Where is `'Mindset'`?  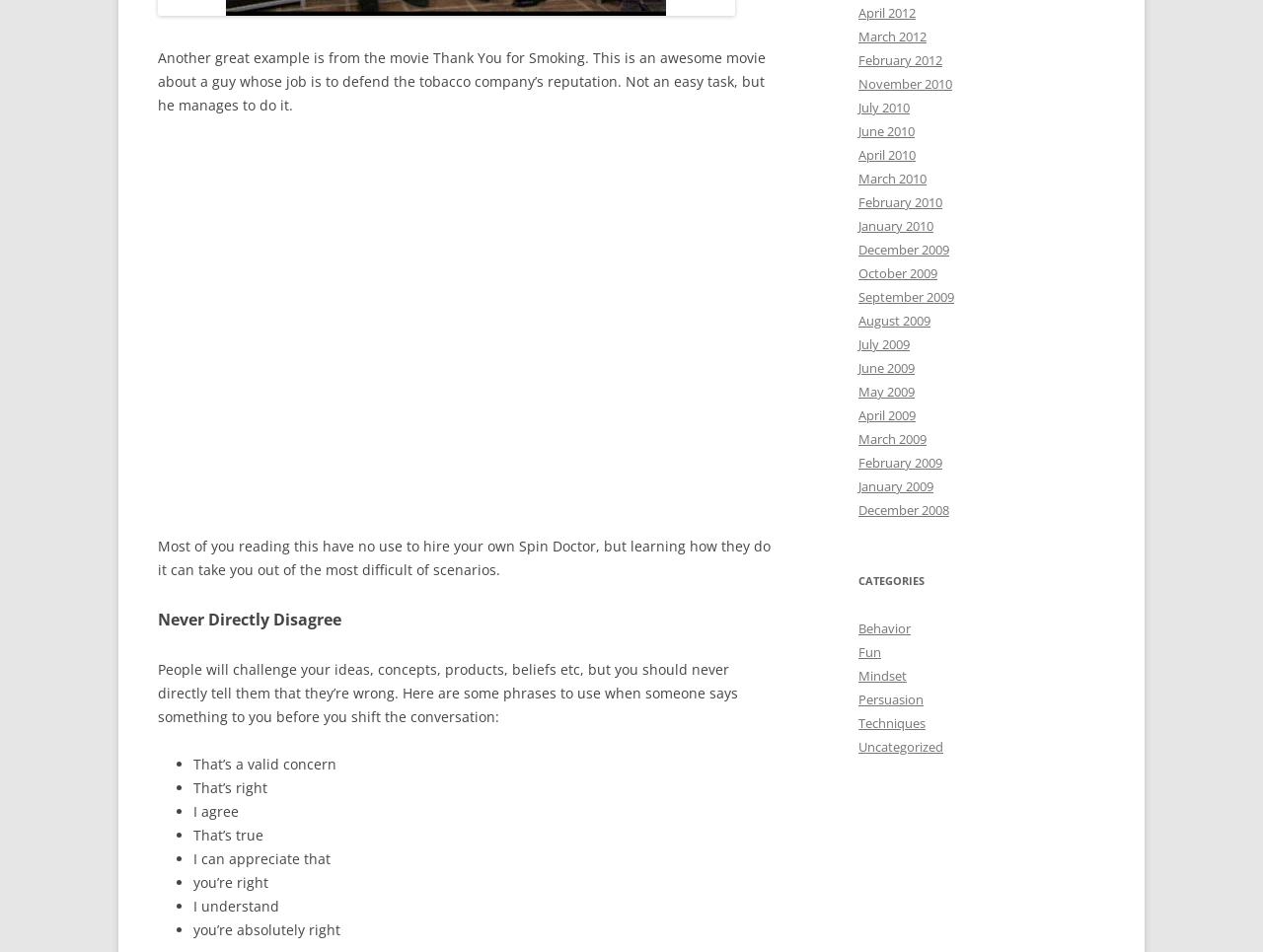 'Mindset' is located at coordinates (881, 674).